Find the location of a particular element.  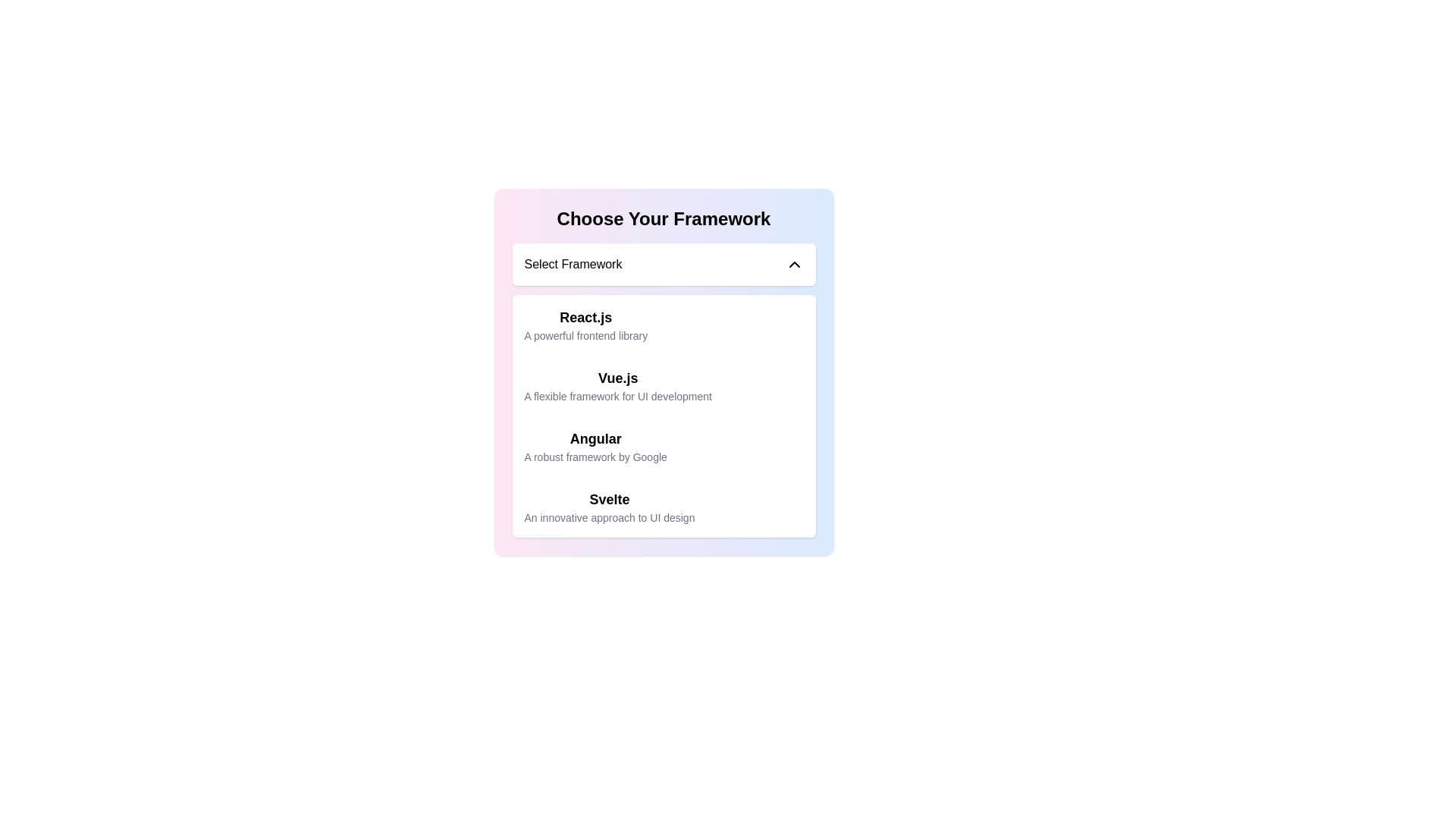

the topmost list item displaying the name and description of a framework option under the heading 'Choose Your Framework' is located at coordinates (585, 324).